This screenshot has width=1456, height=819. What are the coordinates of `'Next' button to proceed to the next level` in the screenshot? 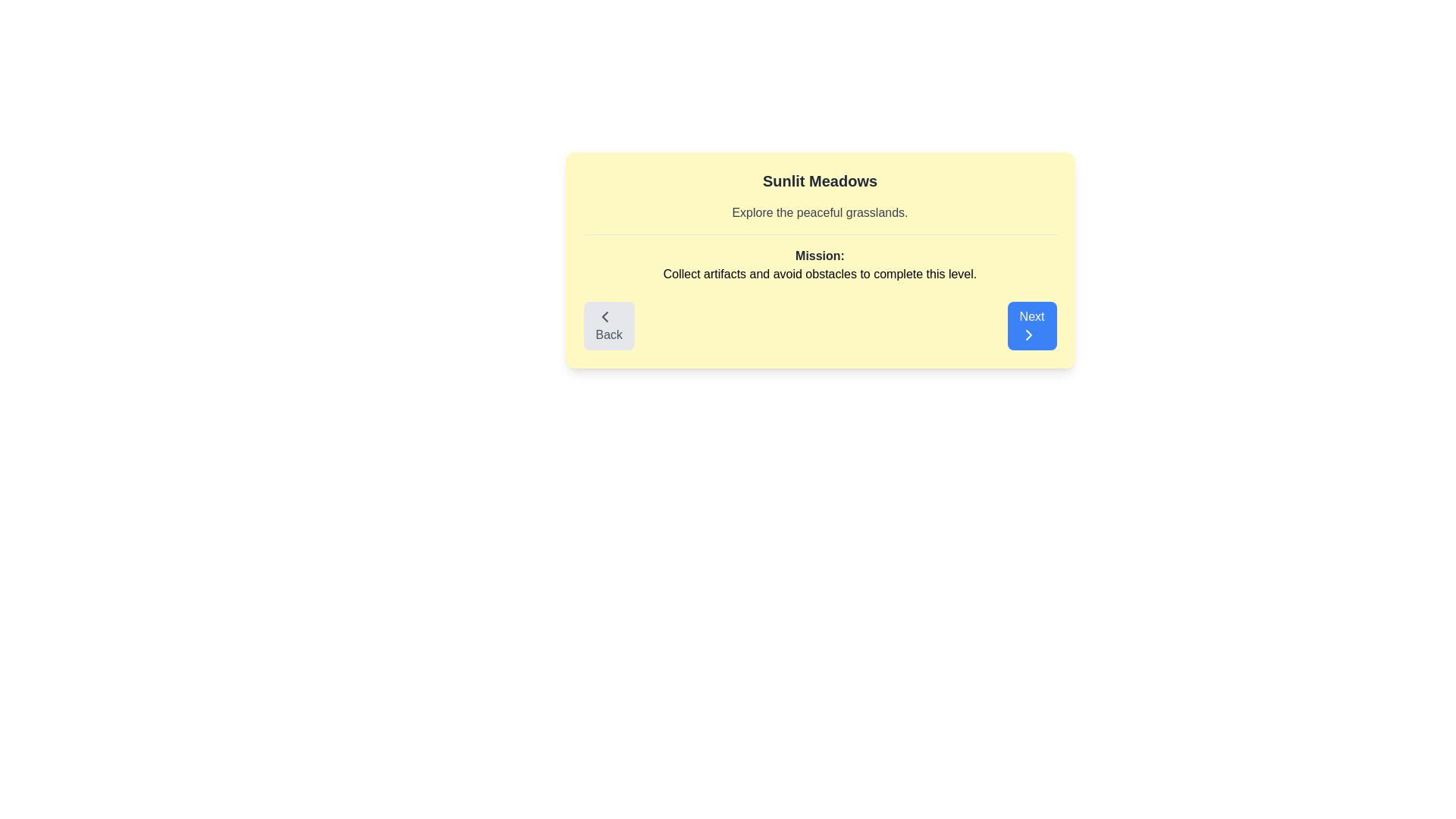 It's located at (1031, 325).